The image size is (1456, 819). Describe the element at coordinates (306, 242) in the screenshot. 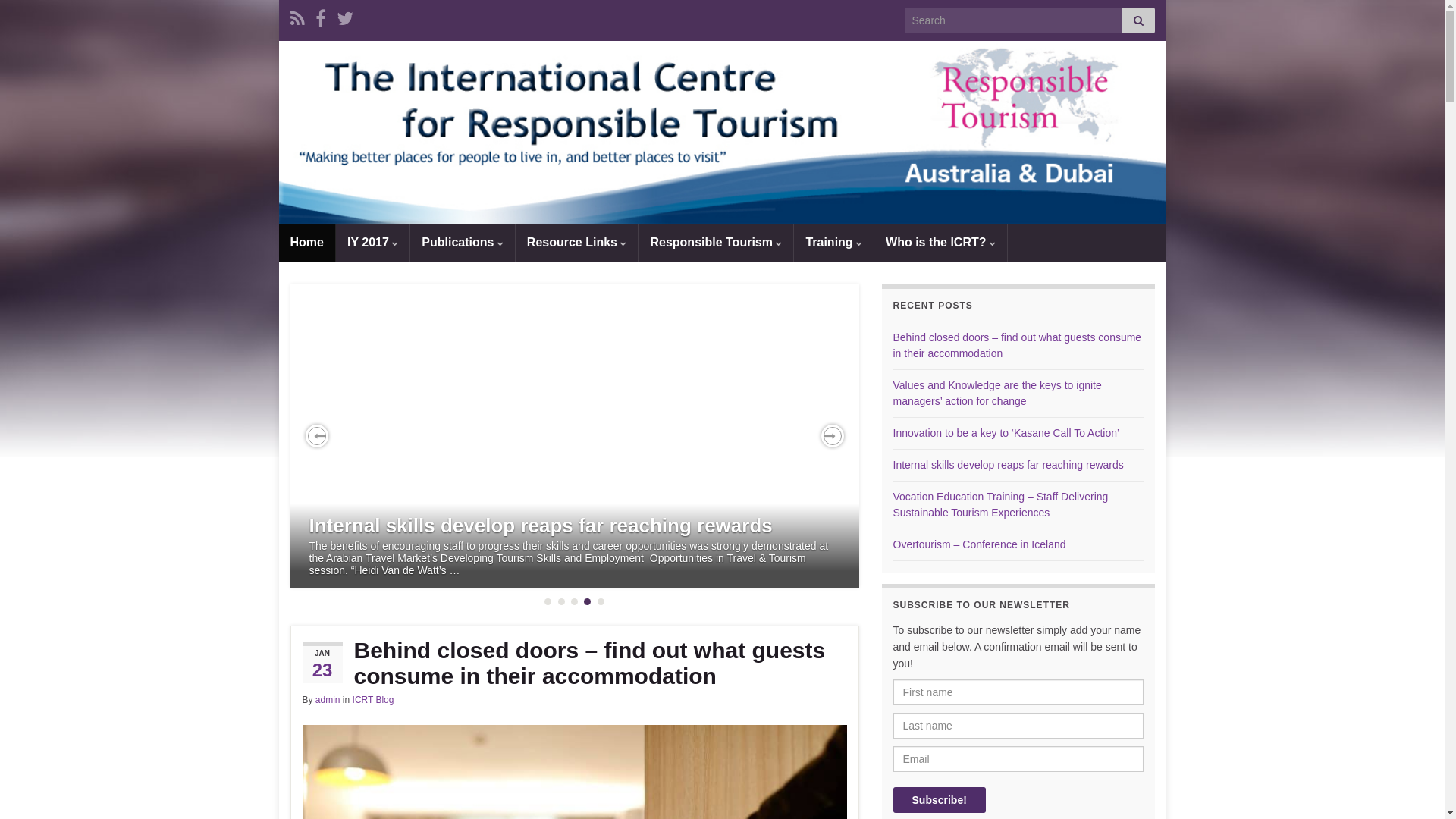

I see `'Home'` at that location.